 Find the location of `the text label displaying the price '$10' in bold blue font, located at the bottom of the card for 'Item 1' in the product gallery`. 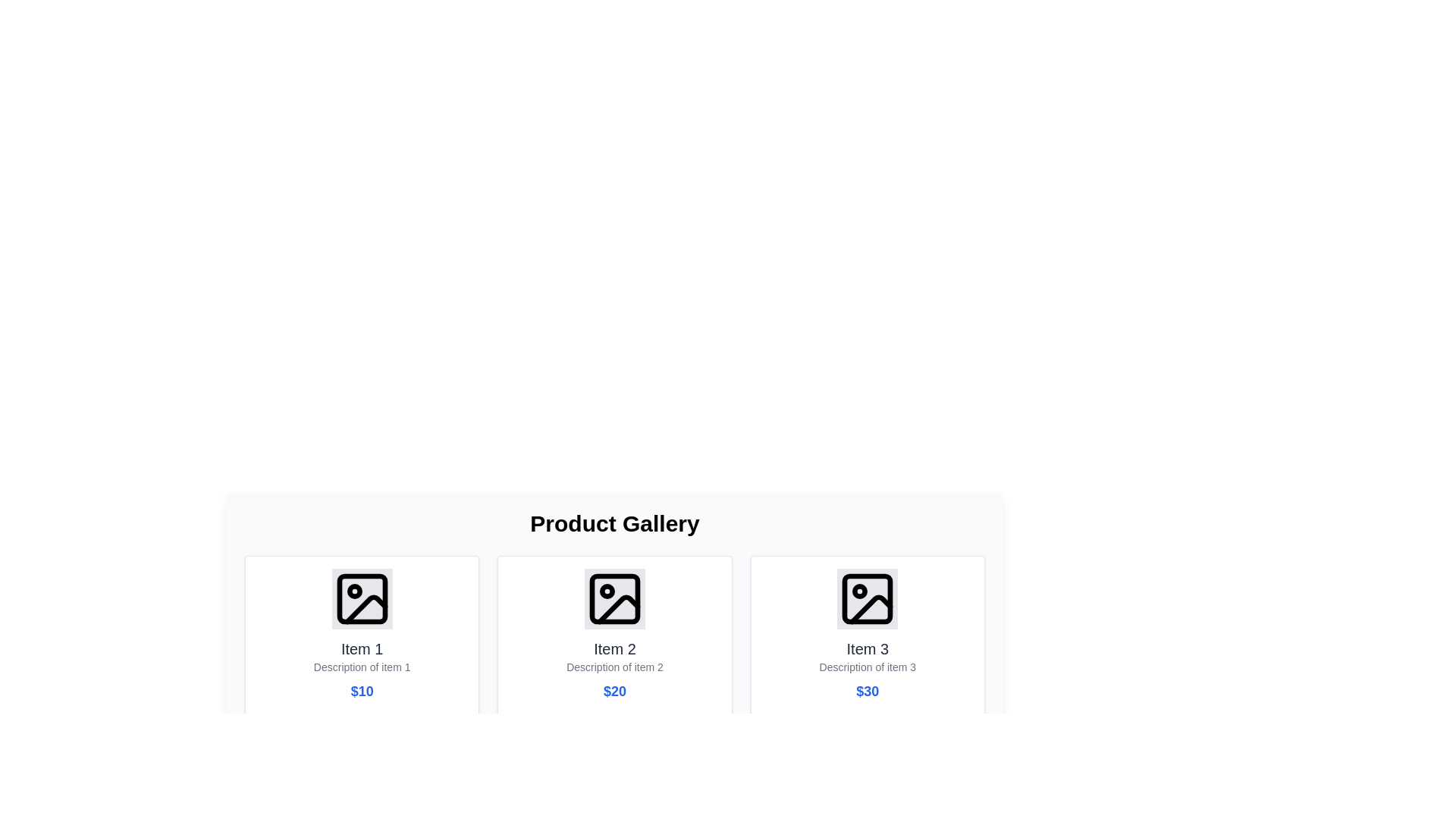

the text label displaying the price '$10' in bold blue font, located at the bottom of the card for 'Item 1' in the product gallery is located at coordinates (361, 691).